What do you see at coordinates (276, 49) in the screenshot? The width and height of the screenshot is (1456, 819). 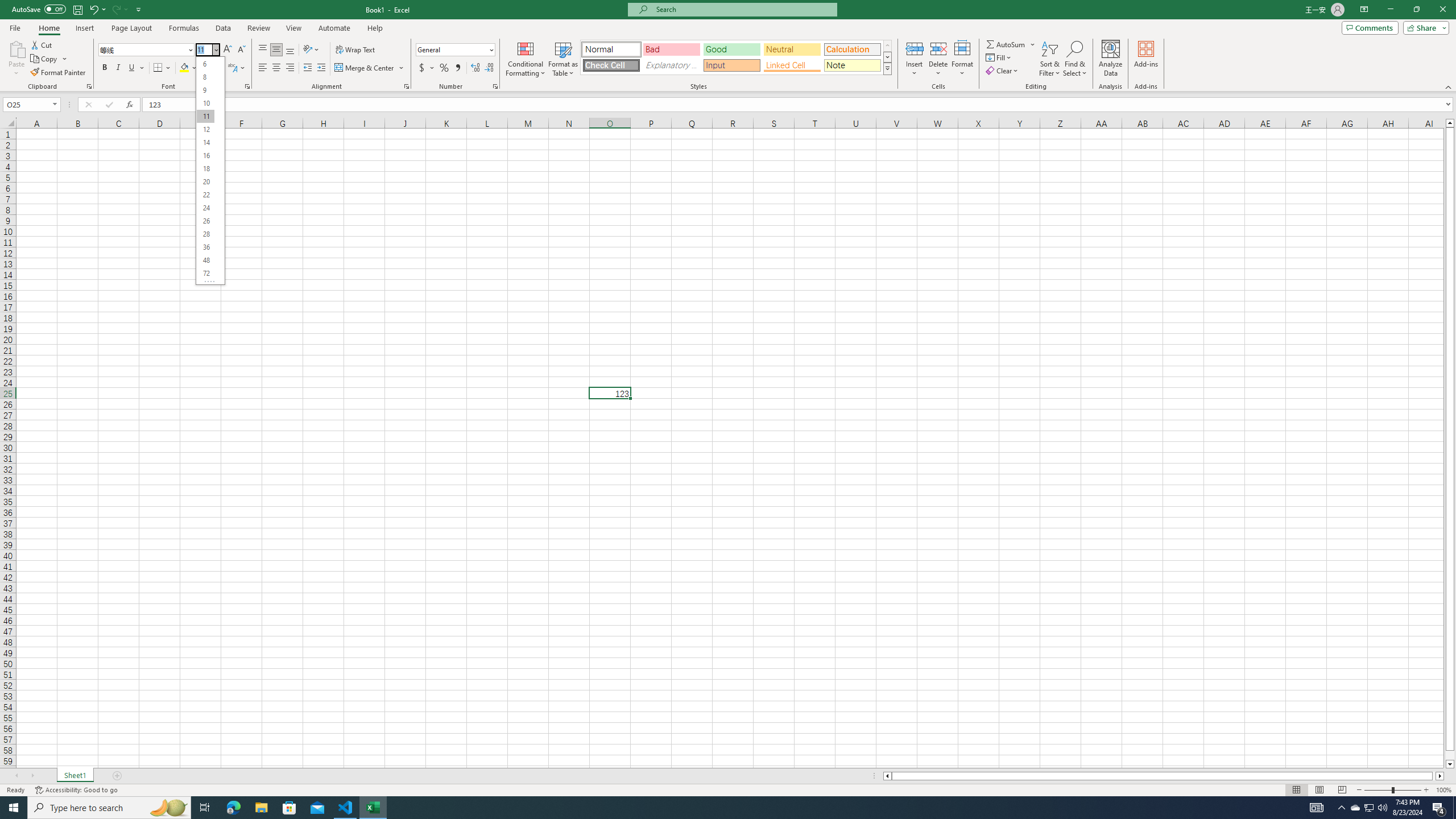 I see `'Middle Align'` at bounding box center [276, 49].